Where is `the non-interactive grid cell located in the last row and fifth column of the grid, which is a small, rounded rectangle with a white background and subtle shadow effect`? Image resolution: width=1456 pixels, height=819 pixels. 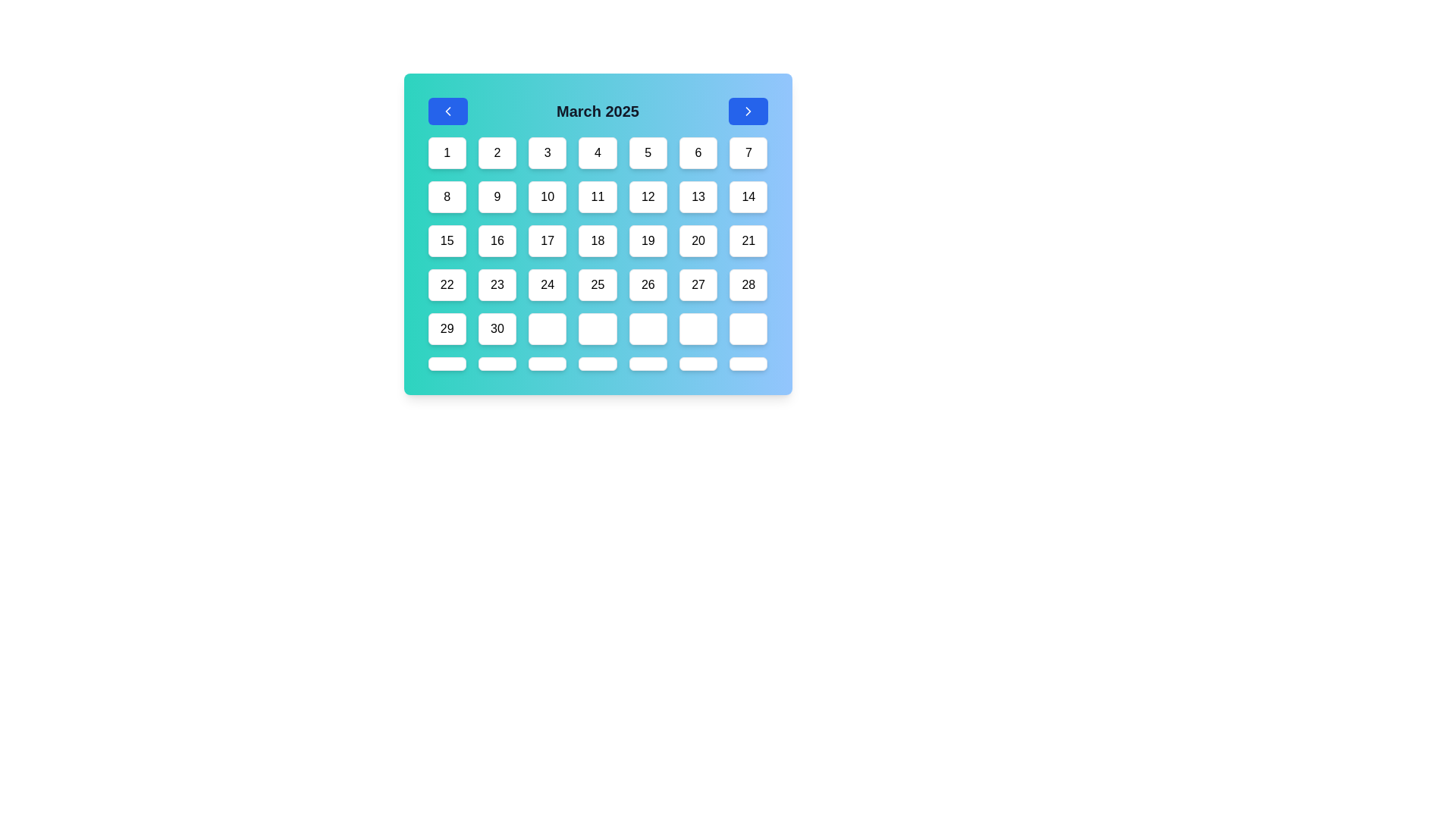 the non-interactive grid cell located in the last row and fifth column of the grid, which is a small, rounded rectangle with a white background and subtle shadow effect is located at coordinates (648, 363).